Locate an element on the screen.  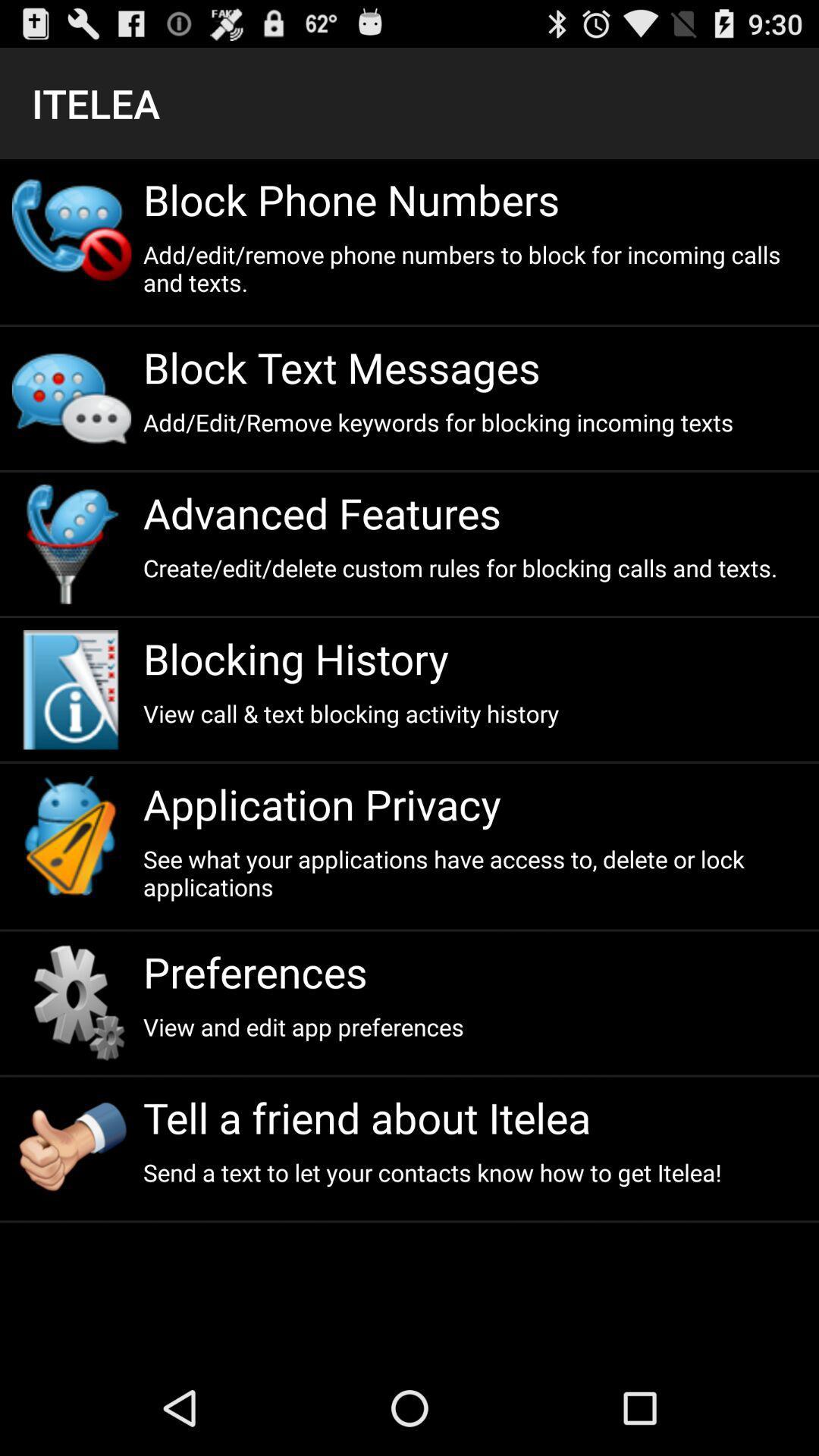
the block text messages item is located at coordinates (474, 367).